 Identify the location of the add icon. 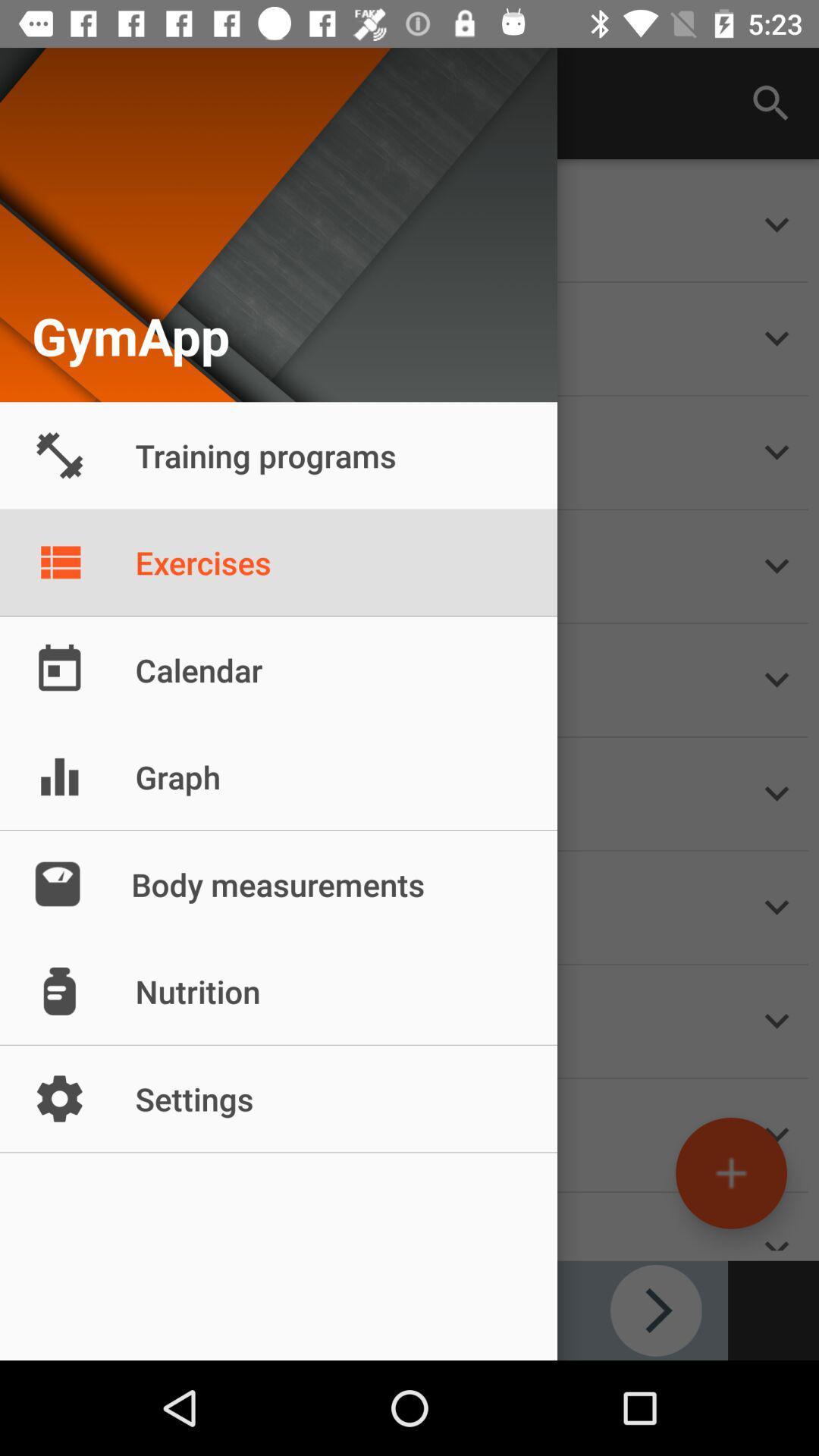
(730, 1172).